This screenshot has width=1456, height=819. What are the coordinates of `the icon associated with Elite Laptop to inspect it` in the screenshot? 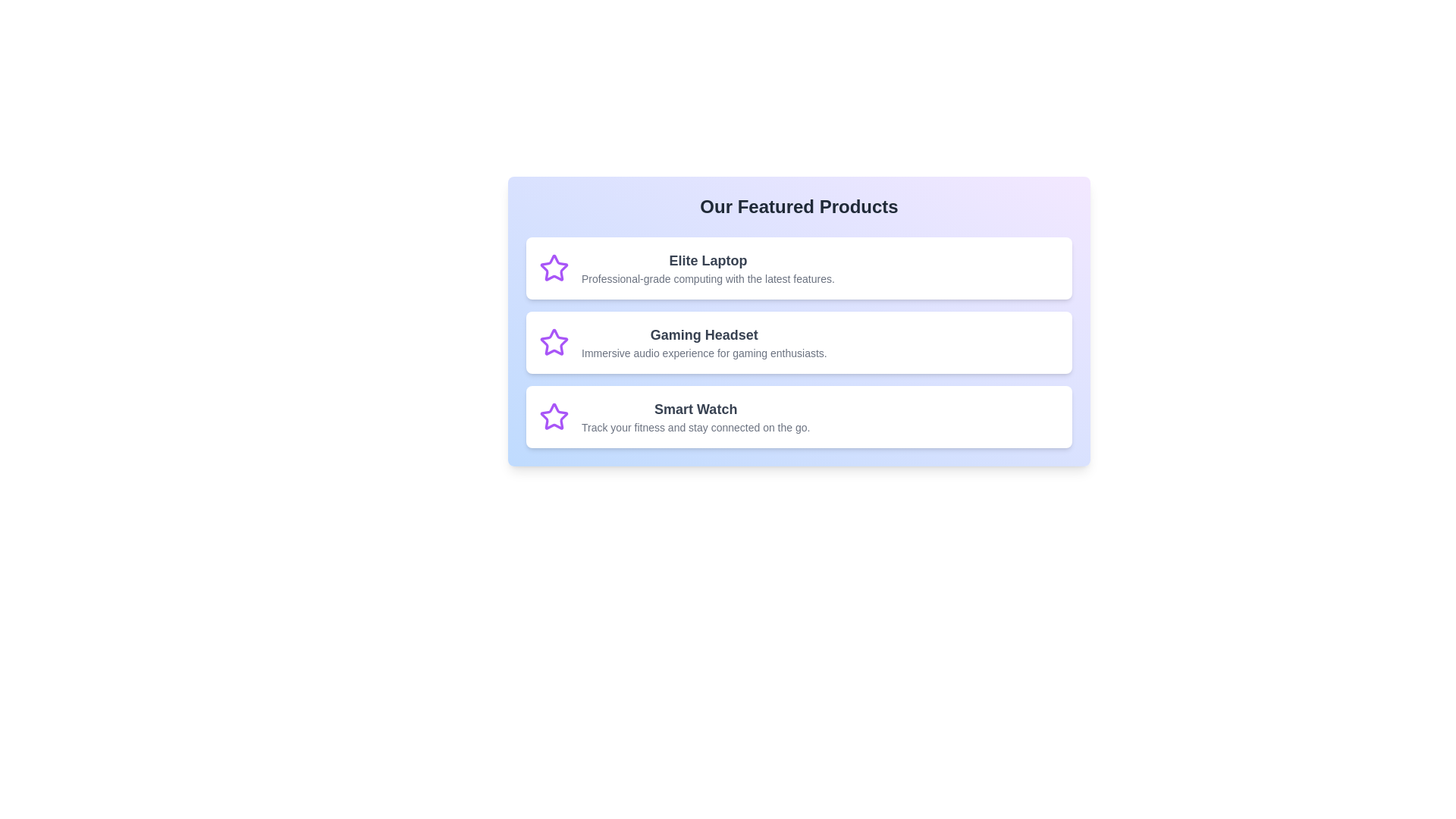 It's located at (553, 268).